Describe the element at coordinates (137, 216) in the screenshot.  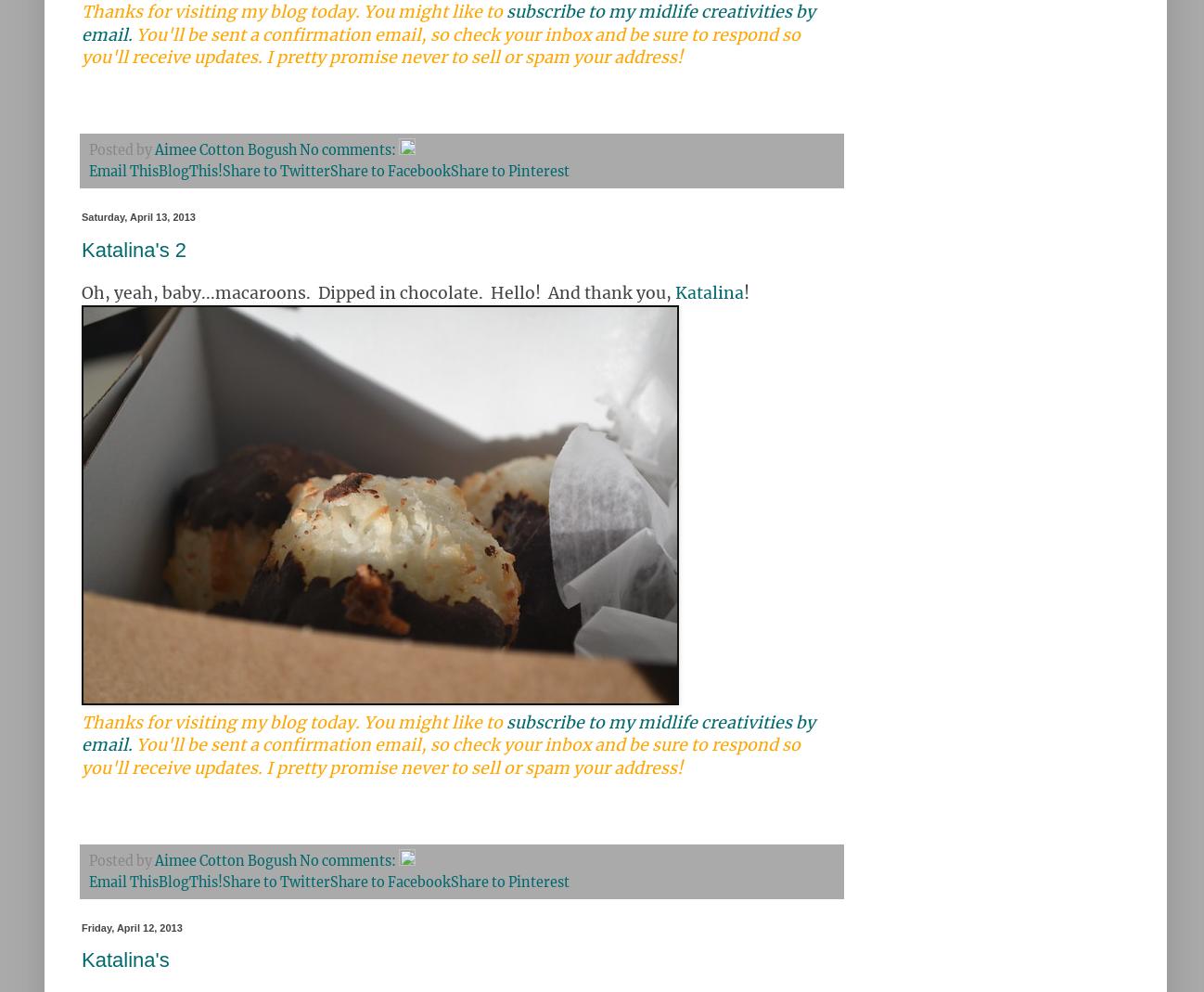
I see `'Saturday, April 13, 2013'` at that location.